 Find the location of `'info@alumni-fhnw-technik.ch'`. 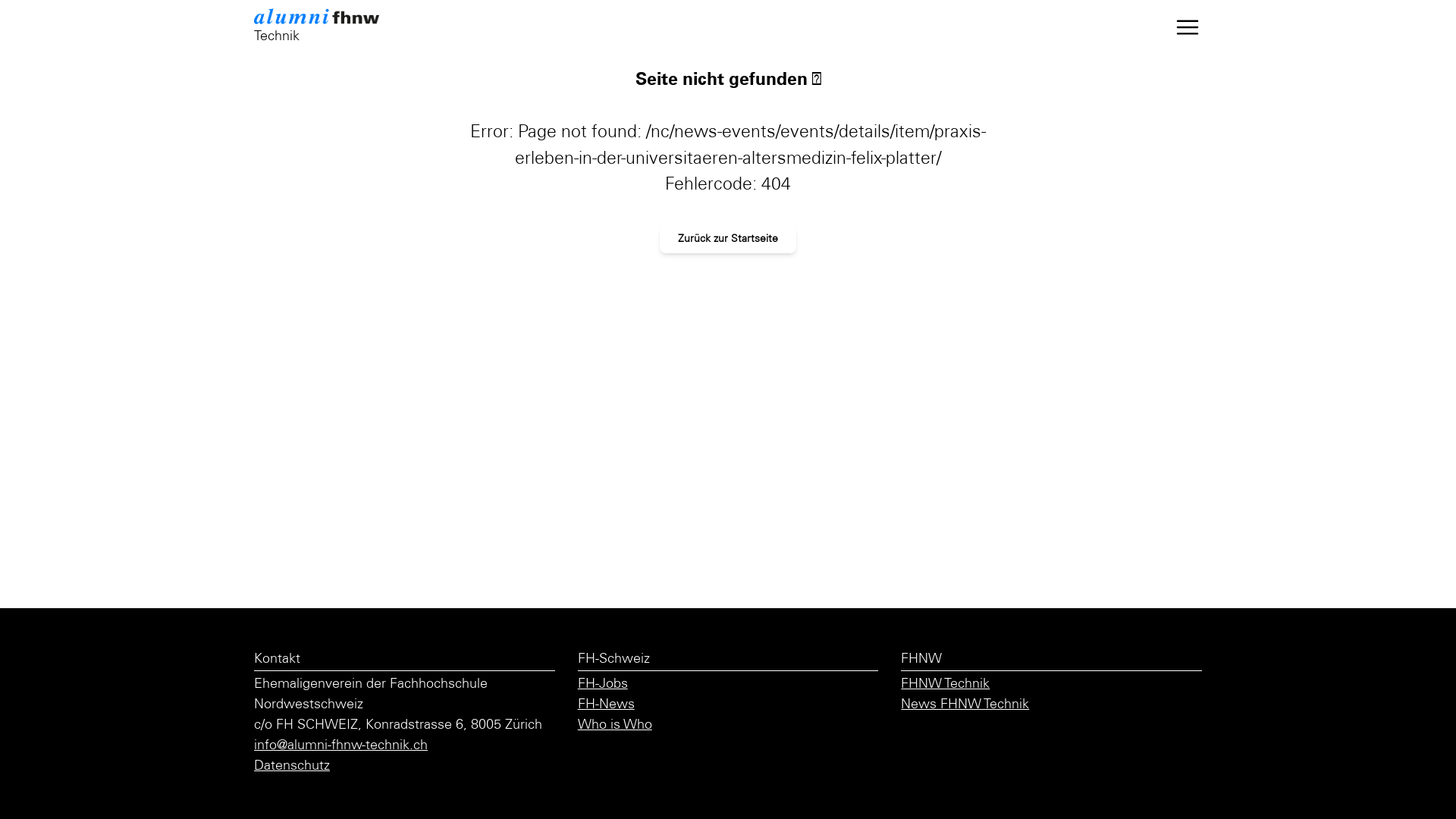

'info@alumni-fhnw-technik.ch' is located at coordinates (254, 745).